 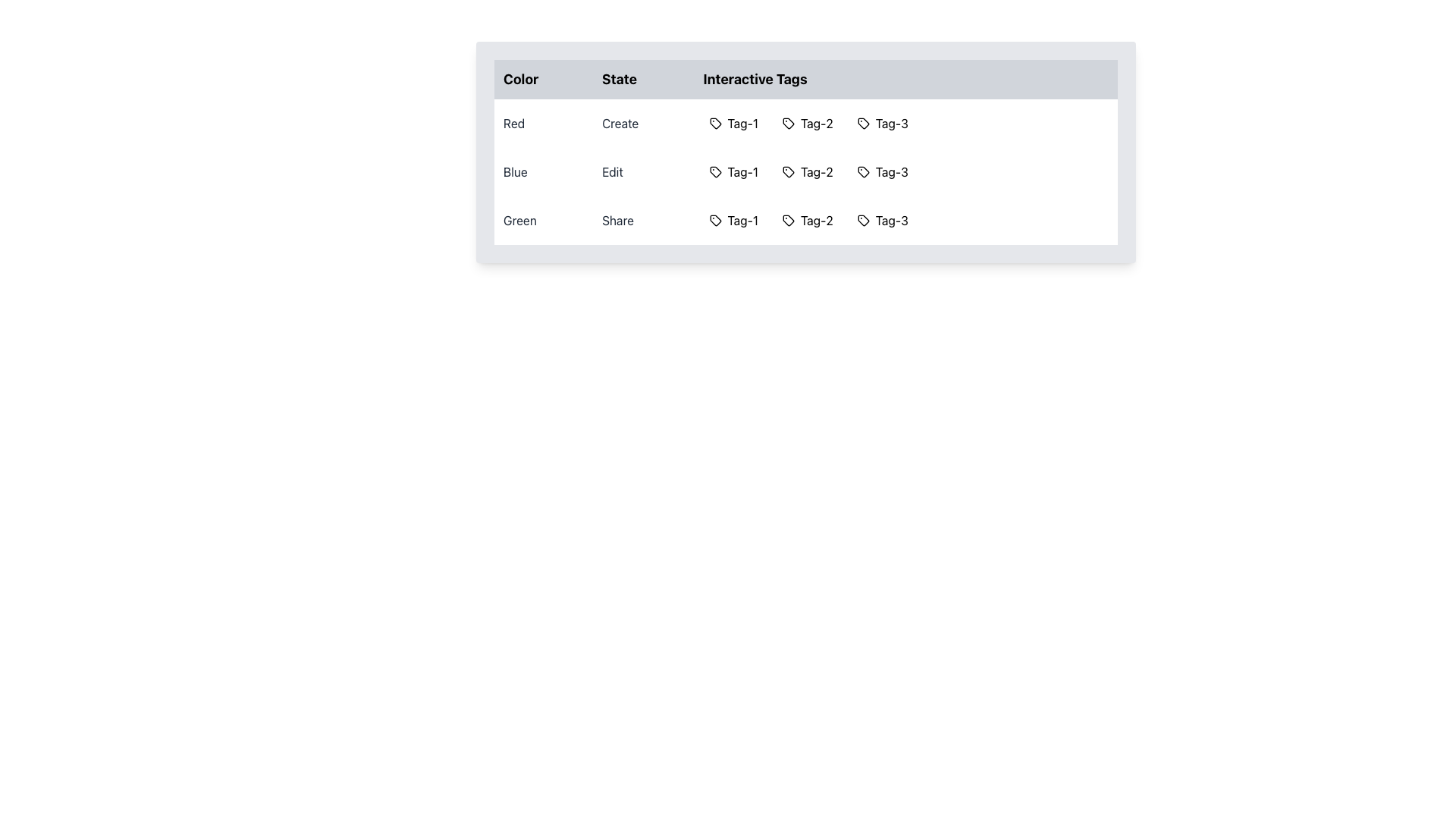 What do you see at coordinates (742, 171) in the screenshot?
I see `the static label 'Tag-1' which indicates a category in the 'Interactive Tags' column of the 'Blue' row in the table` at bounding box center [742, 171].